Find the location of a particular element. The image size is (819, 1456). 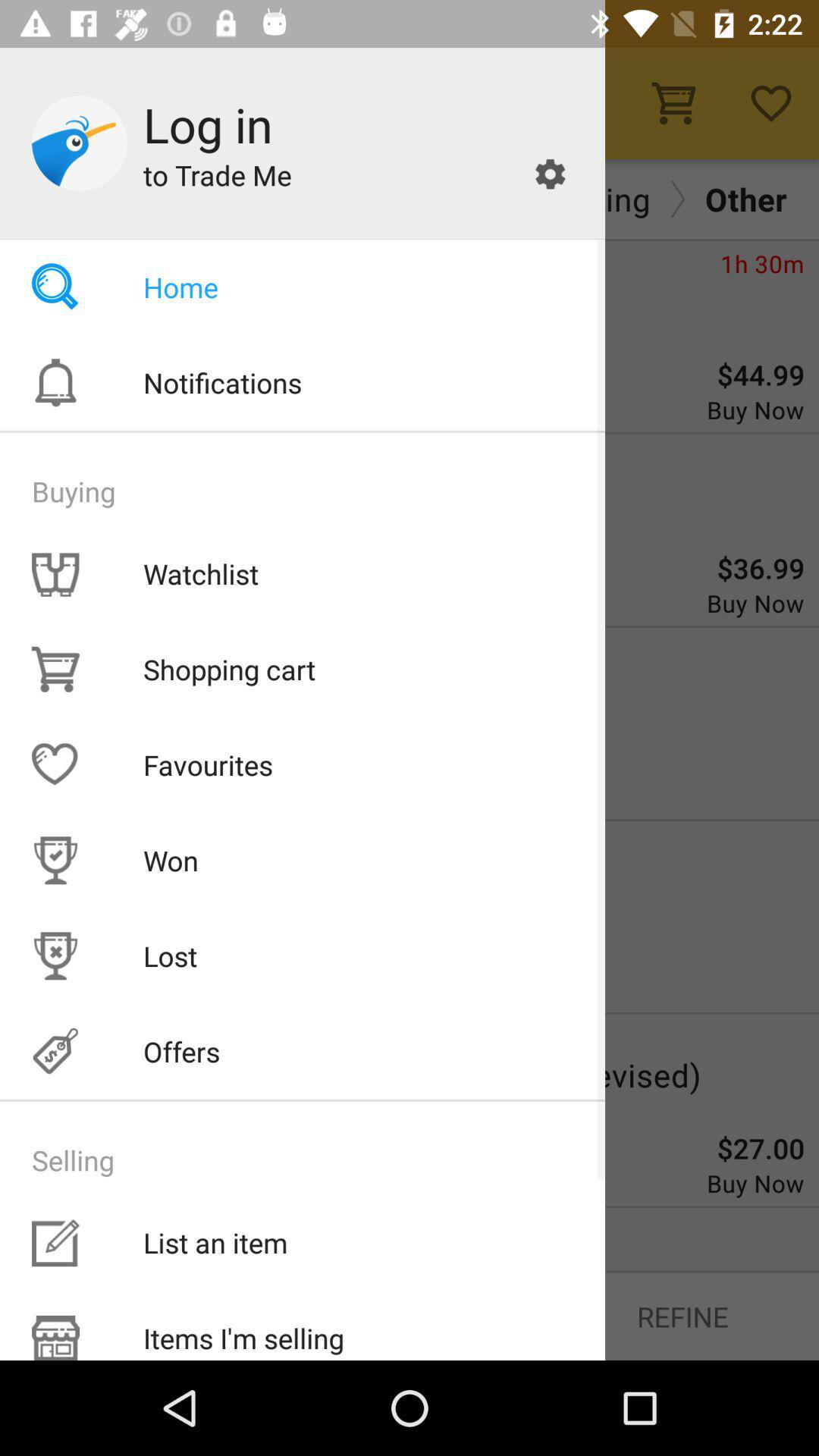

the cart icon shown left to heart icon at the top right corner is located at coordinates (673, 102).